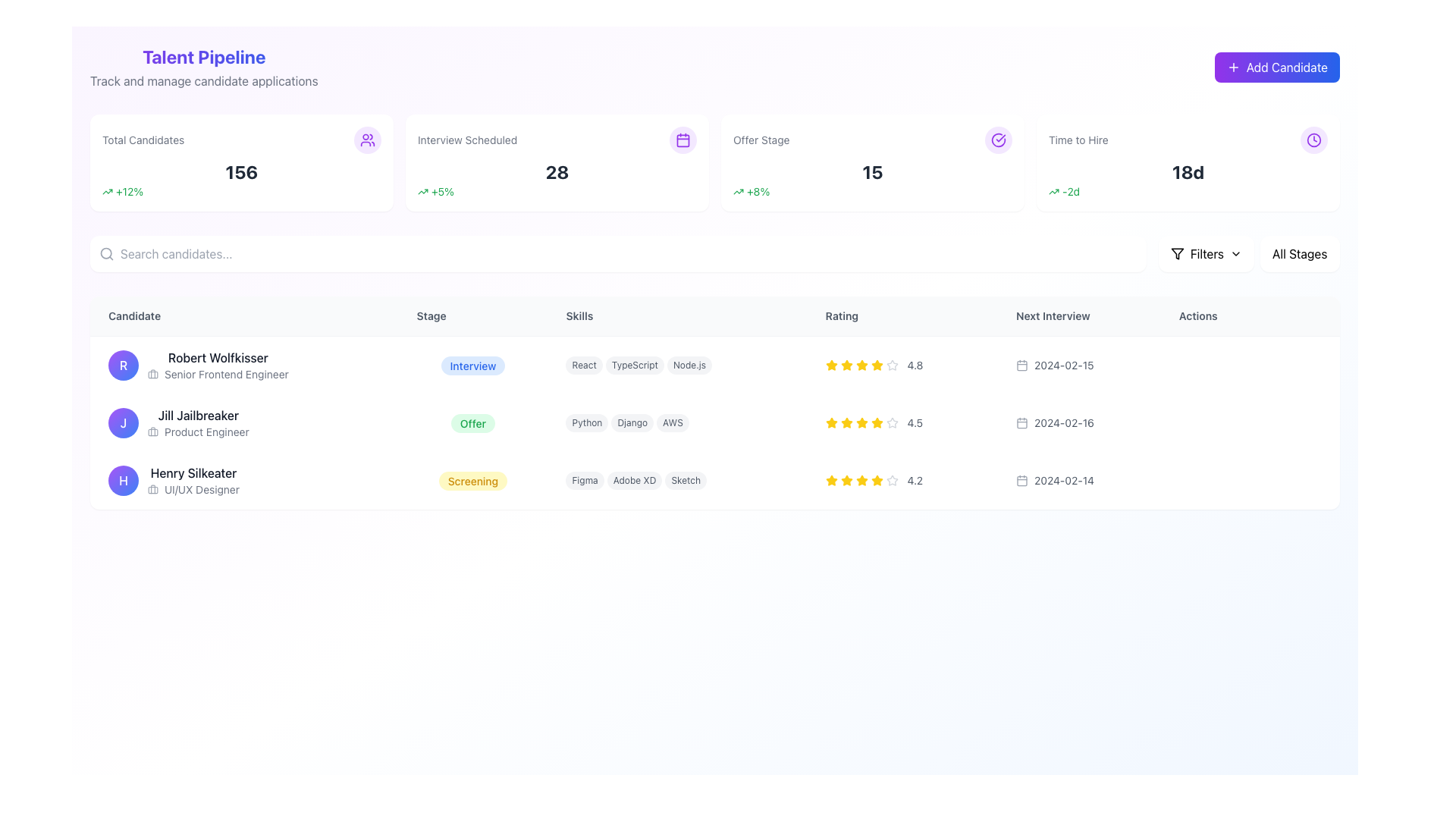 This screenshot has height=819, width=1456. Describe the element at coordinates (877, 365) in the screenshot. I see `the fifth star icon in the 'Rating' column of the first table row for 'Robert Wolfkisser' to potentially modify its state` at that location.